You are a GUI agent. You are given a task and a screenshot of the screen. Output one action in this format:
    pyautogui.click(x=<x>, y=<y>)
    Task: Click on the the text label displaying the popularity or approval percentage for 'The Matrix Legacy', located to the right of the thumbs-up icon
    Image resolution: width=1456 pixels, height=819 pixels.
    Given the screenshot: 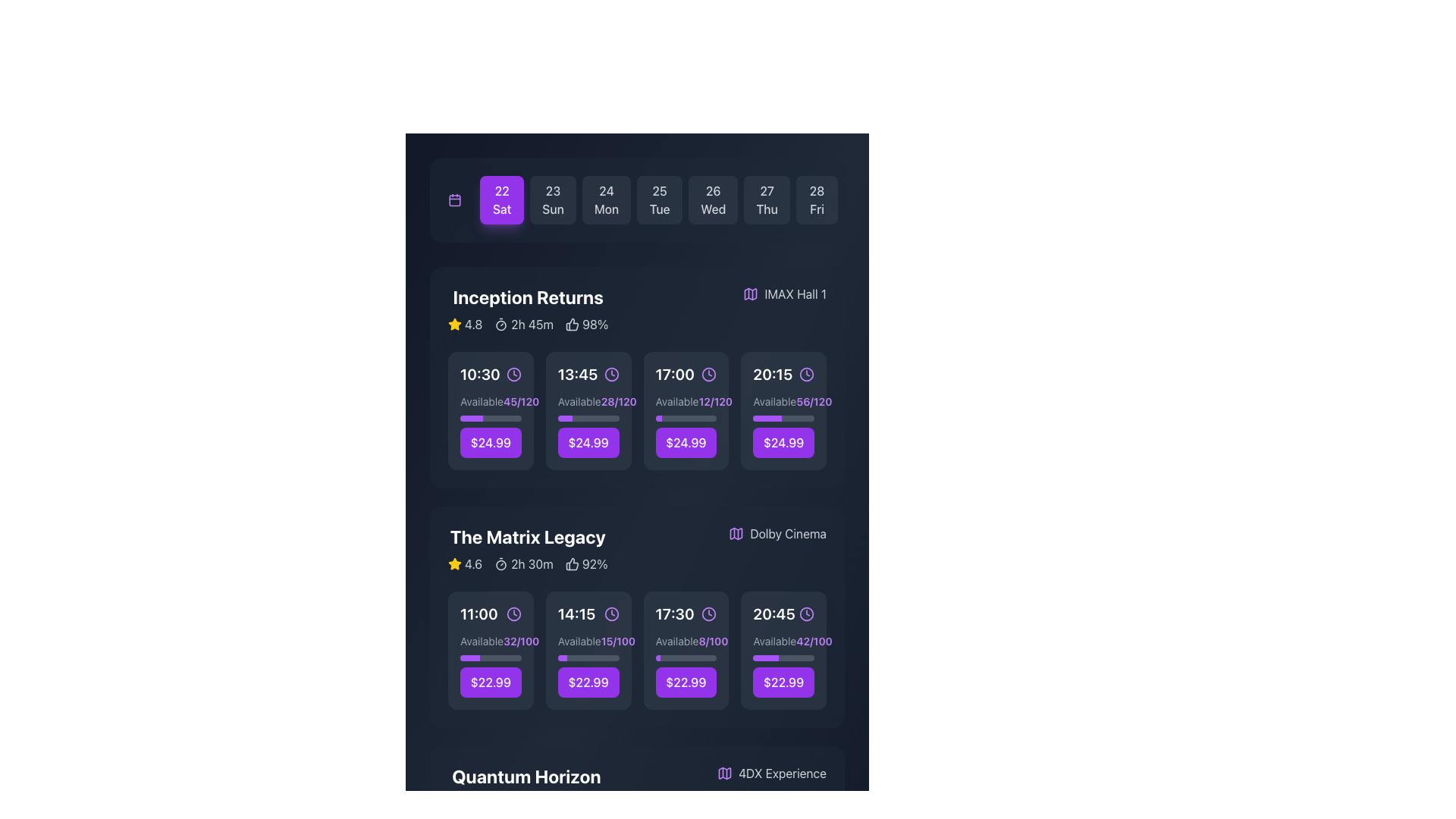 What is the action you would take?
    pyautogui.click(x=594, y=564)
    